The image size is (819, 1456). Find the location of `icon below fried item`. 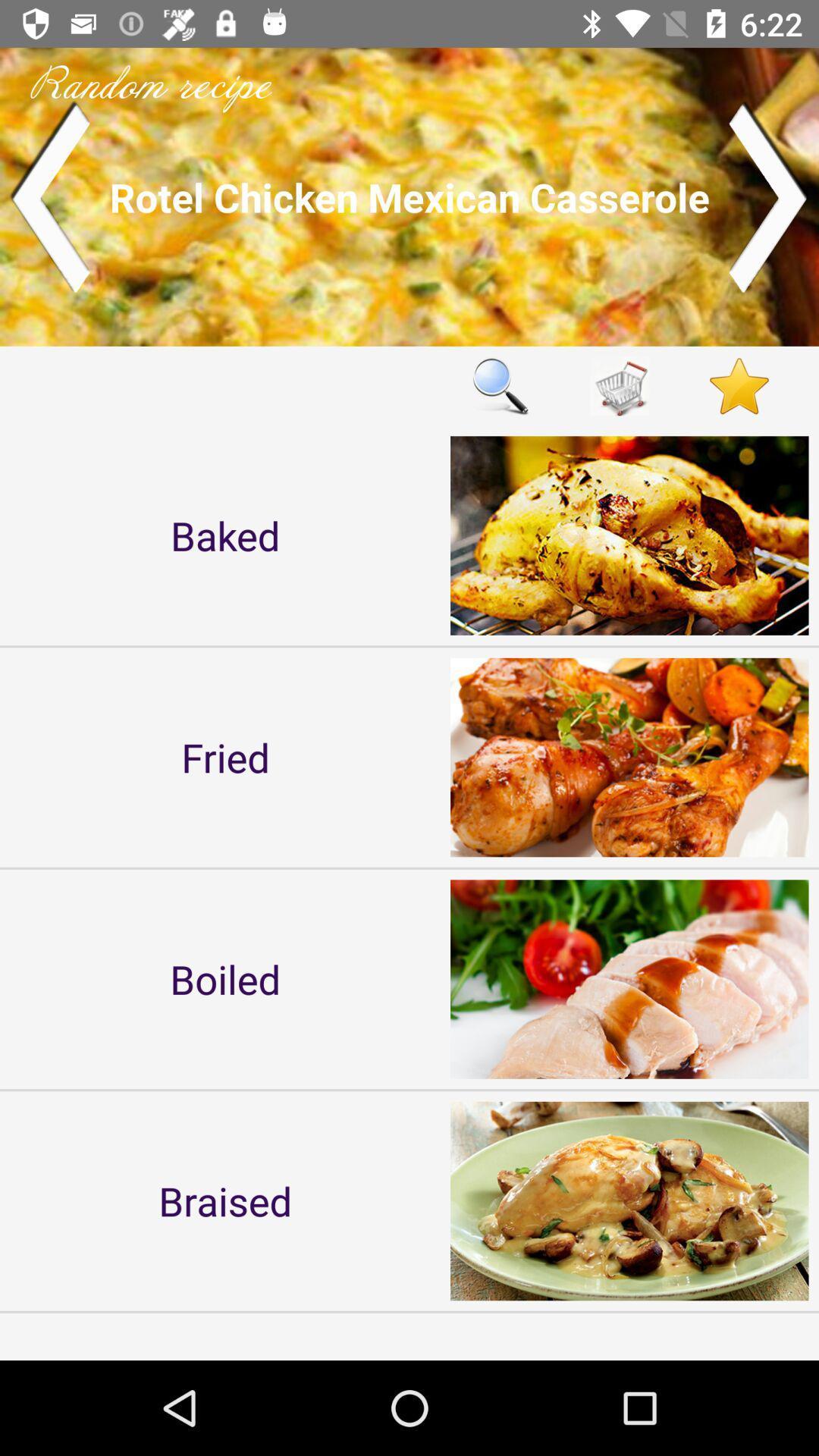

icon below fried item is located at coordinates (225, 979).